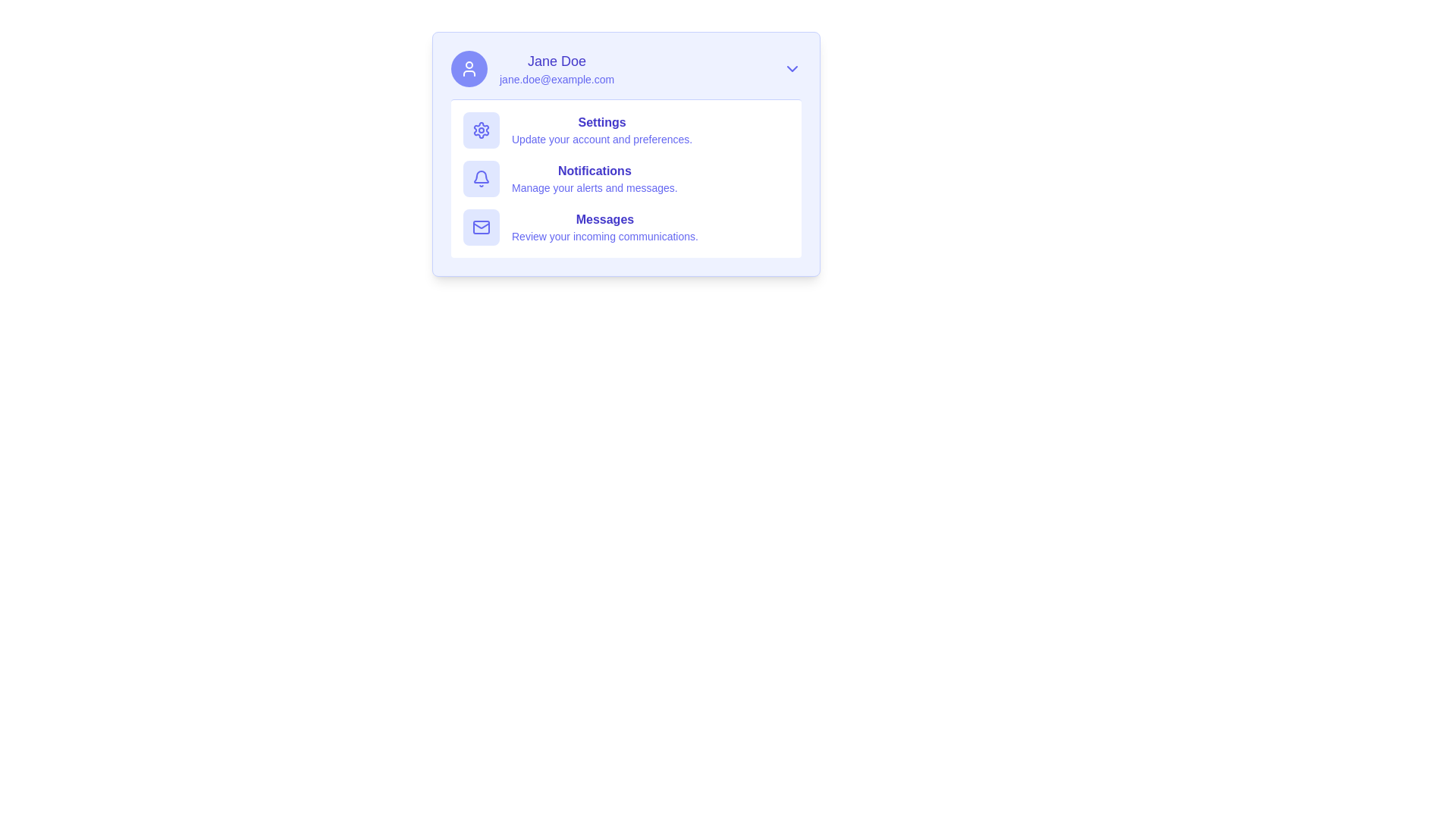 The height and width of the screenshot is (819, 1456). I want to click on the static text element displaying 'Review your incoming communications.' which is styled in indigo color and positioned below the 'Messages' heading in the menu panel, so click(604, 237).